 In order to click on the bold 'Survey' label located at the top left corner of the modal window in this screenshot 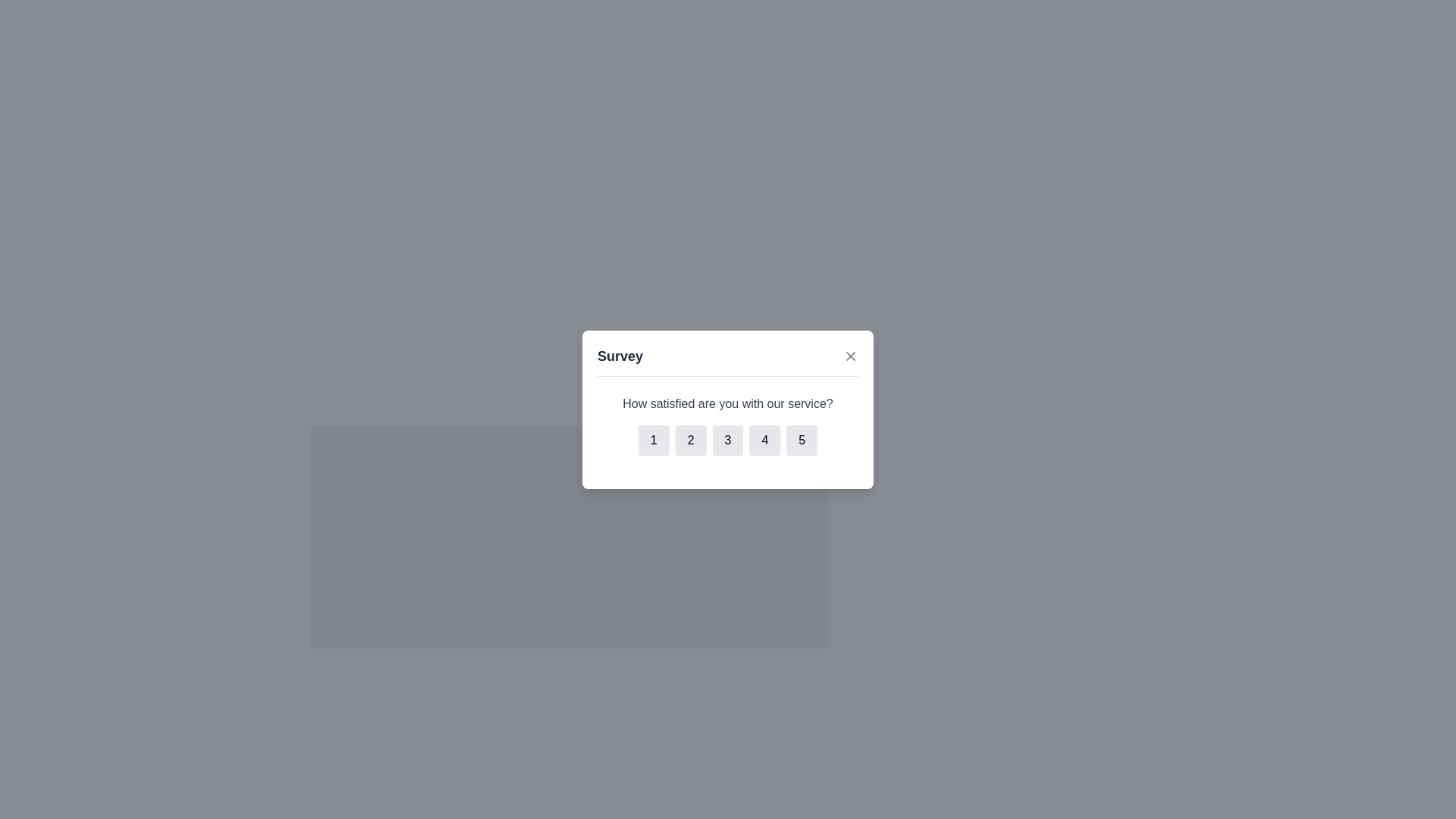, I will do `click(620, 356)`.